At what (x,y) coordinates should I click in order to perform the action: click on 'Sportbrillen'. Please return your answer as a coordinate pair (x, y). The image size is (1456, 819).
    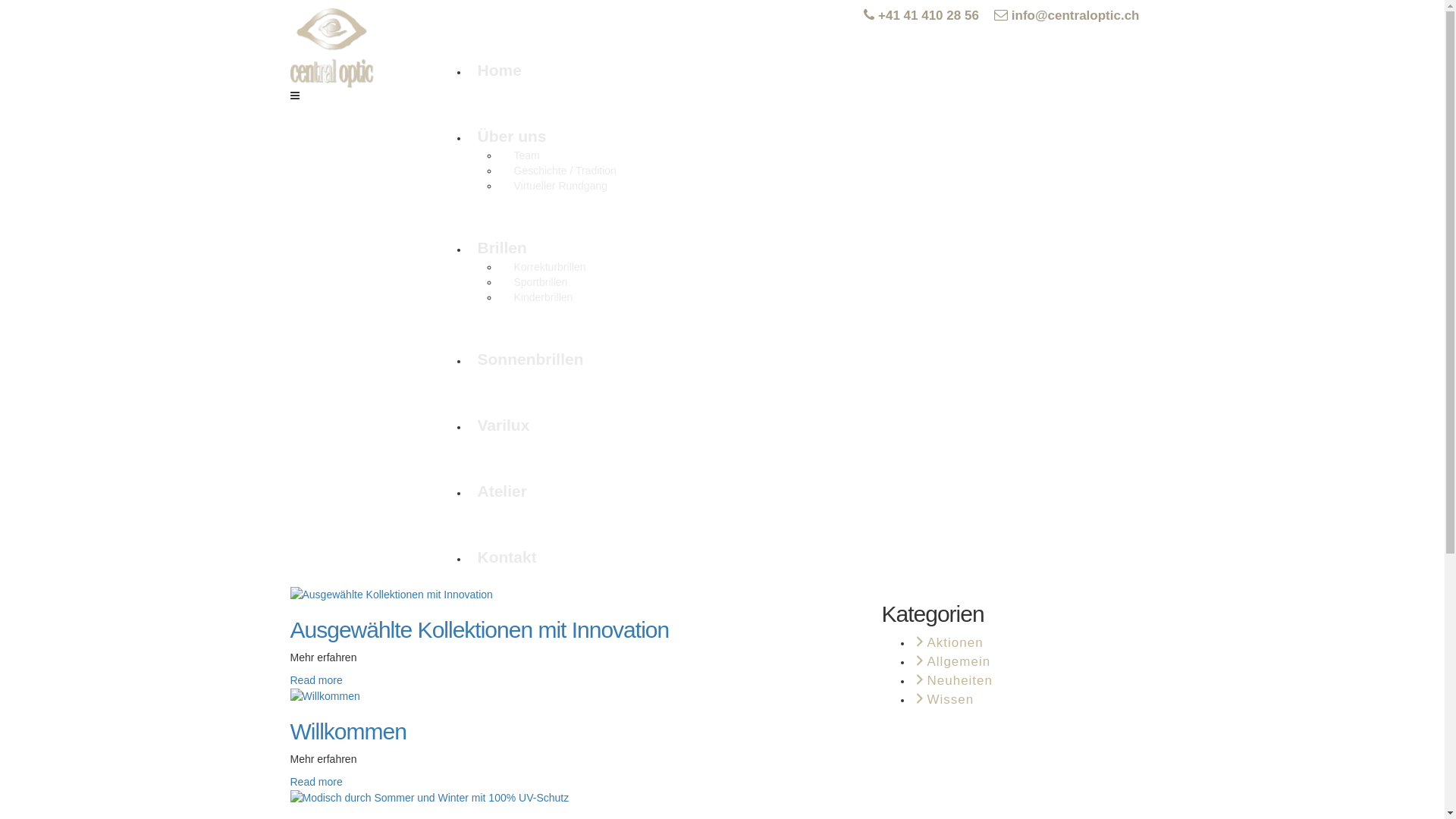
    Looking at the image, I should click on (541, 281).